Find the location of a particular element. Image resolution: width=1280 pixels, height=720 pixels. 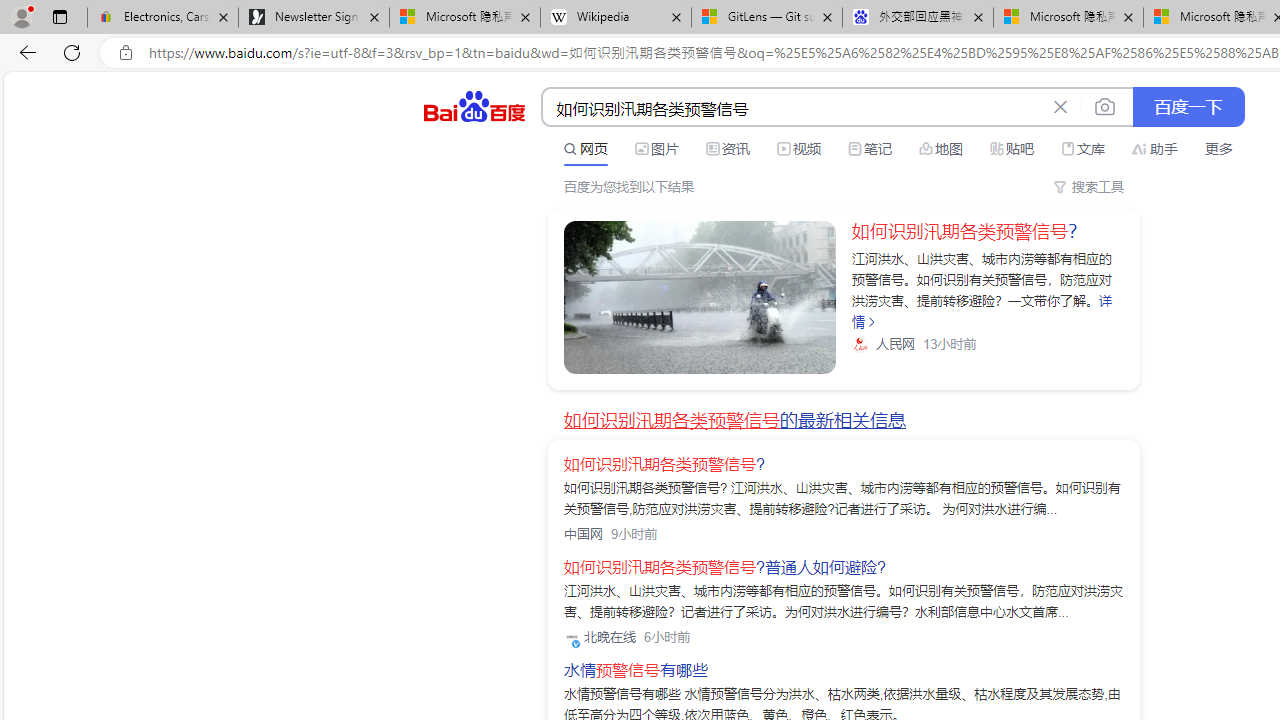

'Newsletter Sign Up' is located at coordinates (313, 17).